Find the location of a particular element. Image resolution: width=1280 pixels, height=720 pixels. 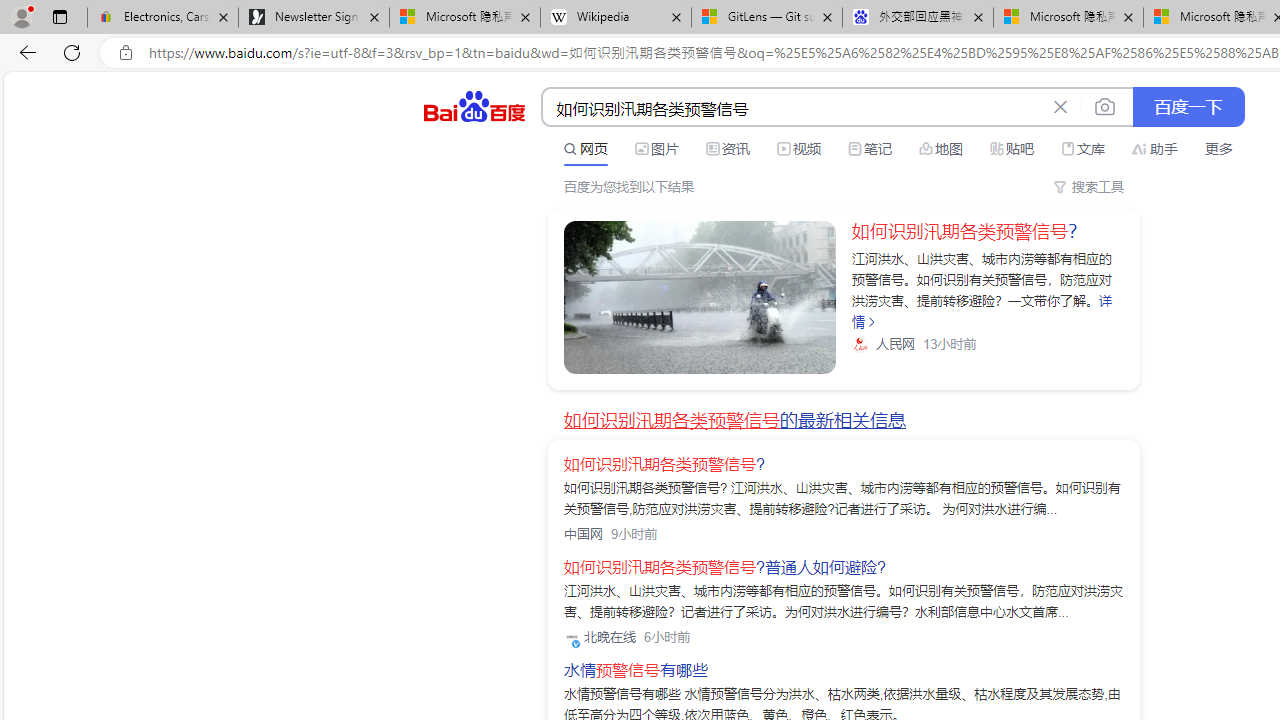

'Newsletter Sign Up' is located at coordinates (313, 17).